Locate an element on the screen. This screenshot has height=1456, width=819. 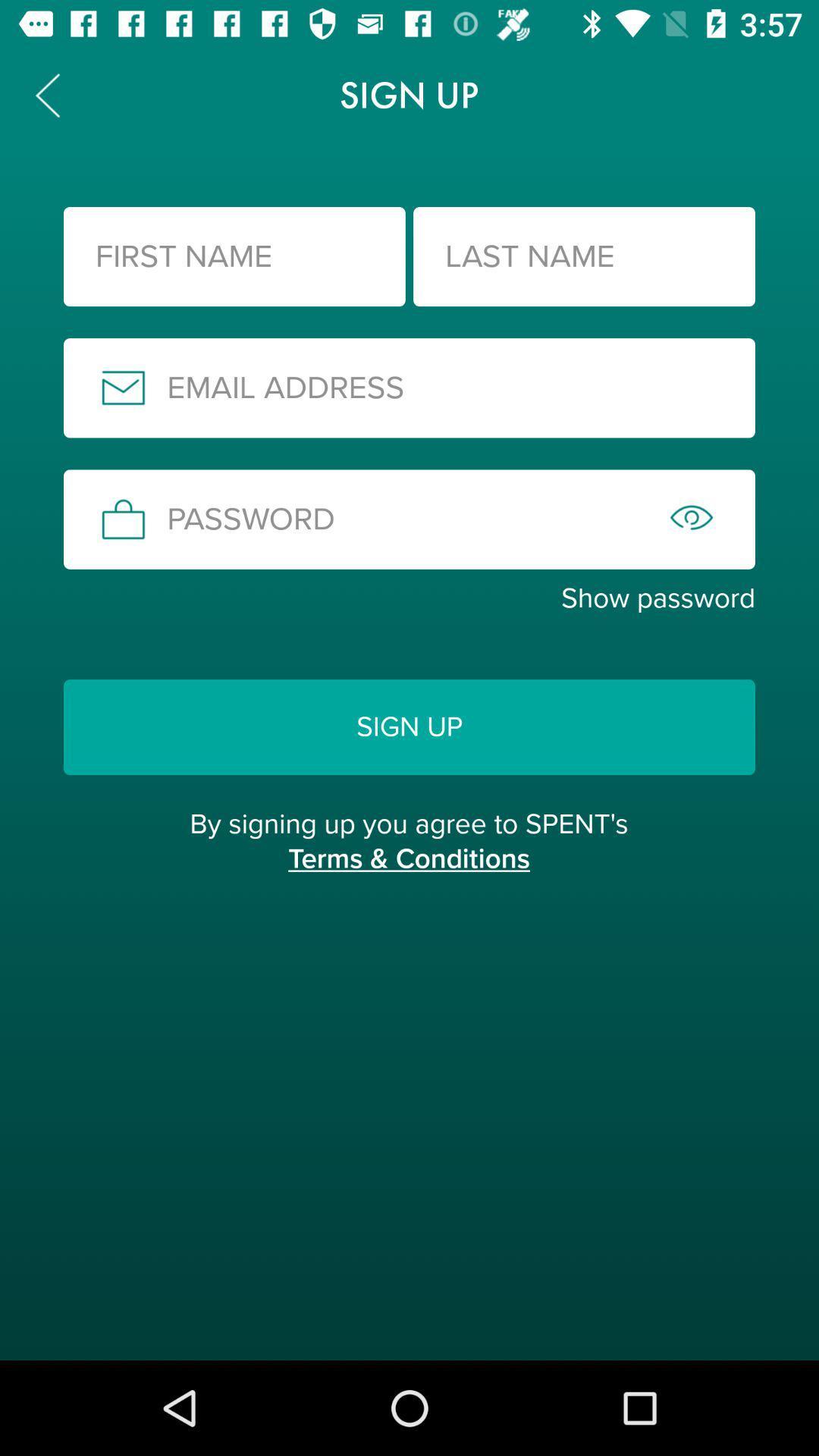
the show password is located at coordinates (409, 598).